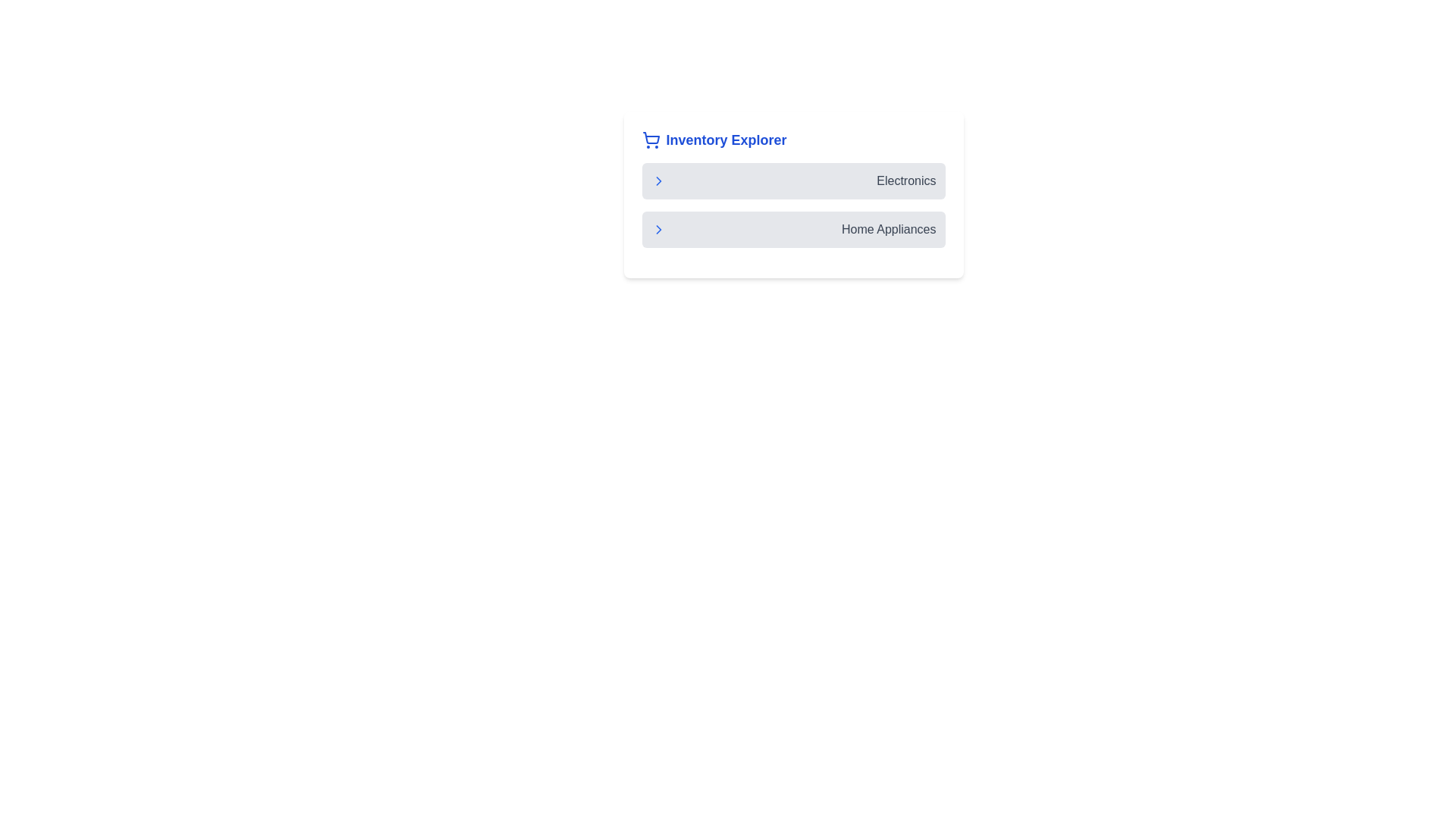  I want to click on the shopping cart icon located to the left of the 'Inventory Explorer' text in the header, so click(651, 140).